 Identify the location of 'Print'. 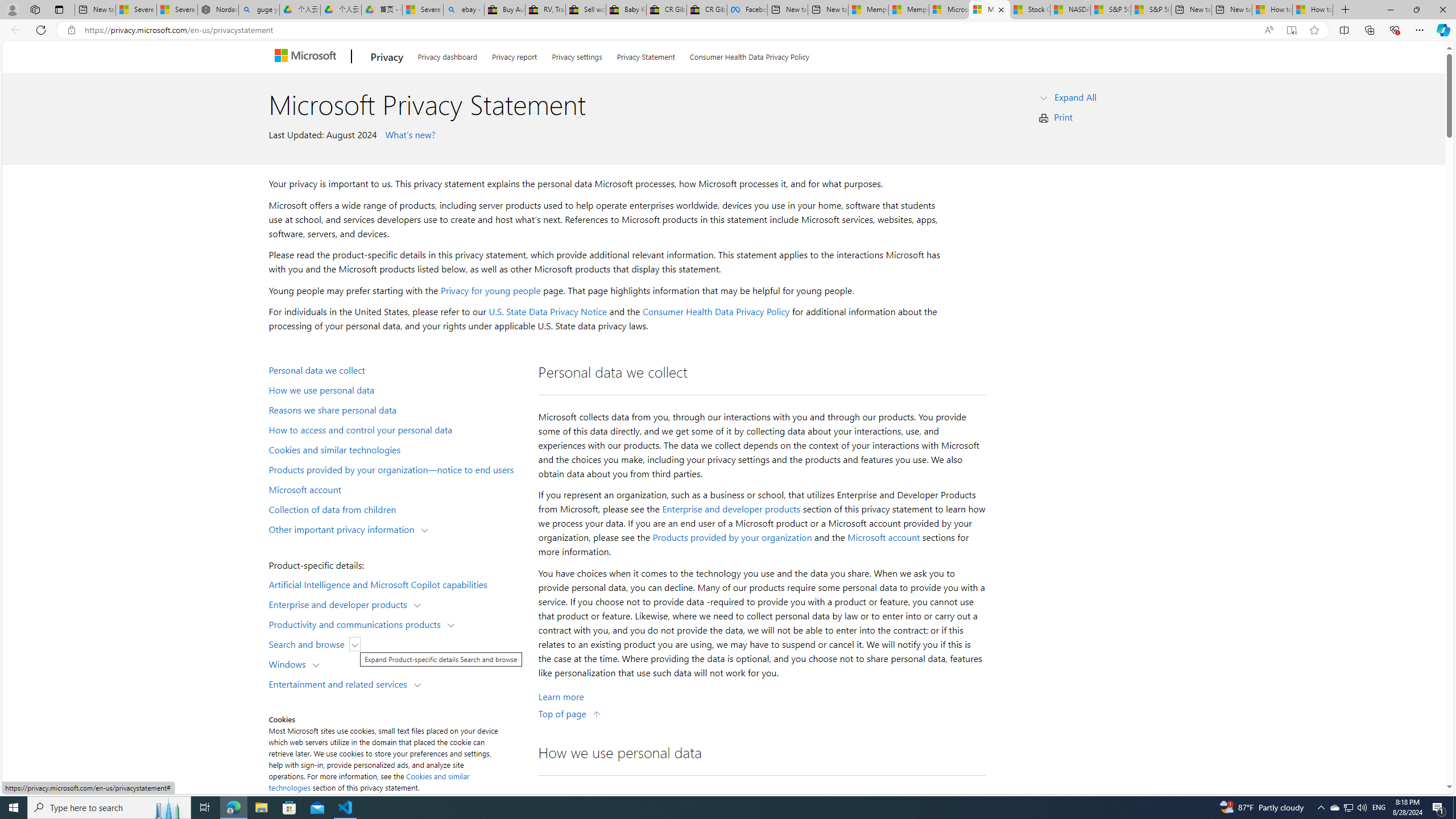
(1064, 116).